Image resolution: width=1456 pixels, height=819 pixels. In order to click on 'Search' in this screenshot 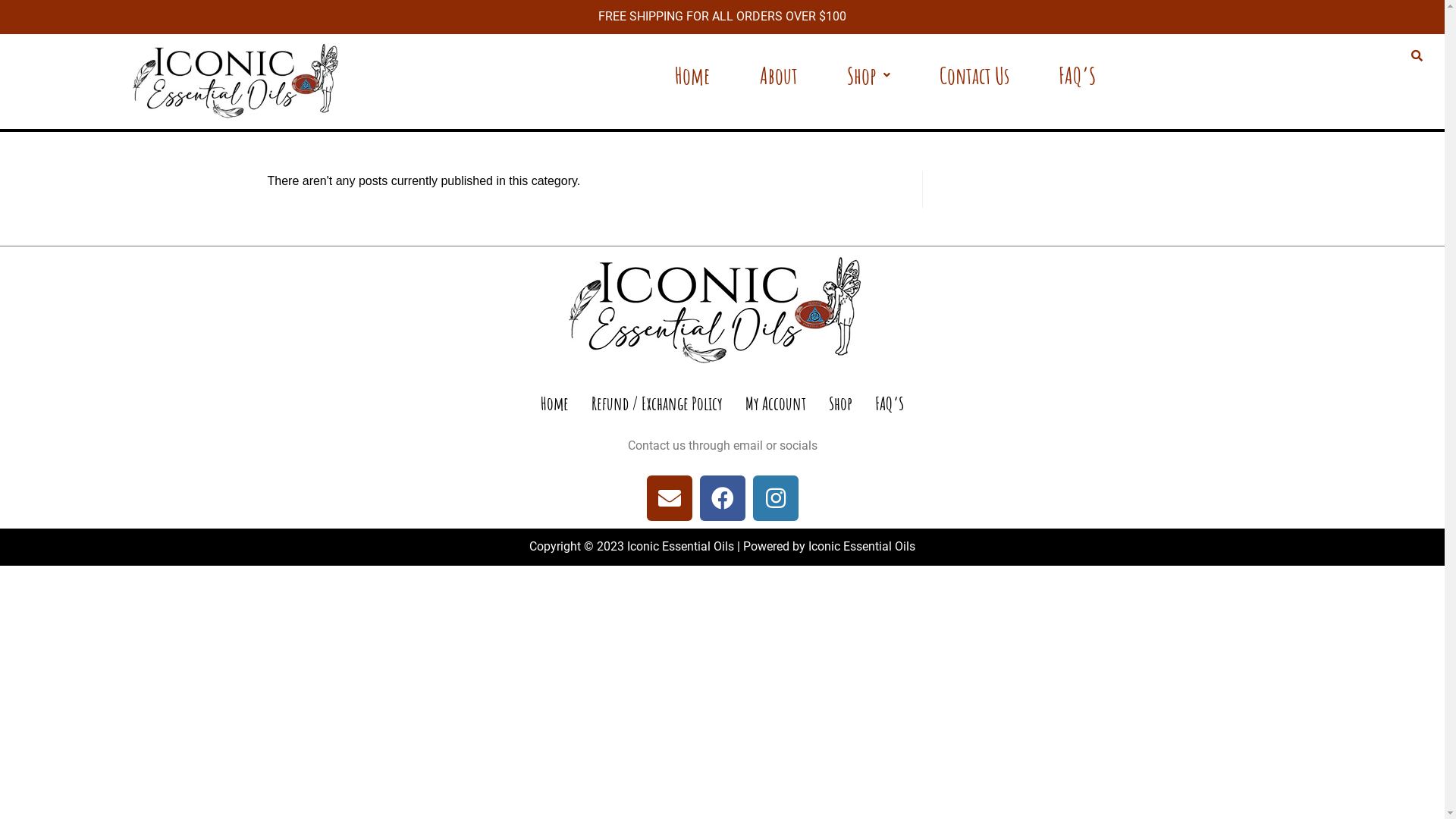, I will do `click(1414, 55)`.